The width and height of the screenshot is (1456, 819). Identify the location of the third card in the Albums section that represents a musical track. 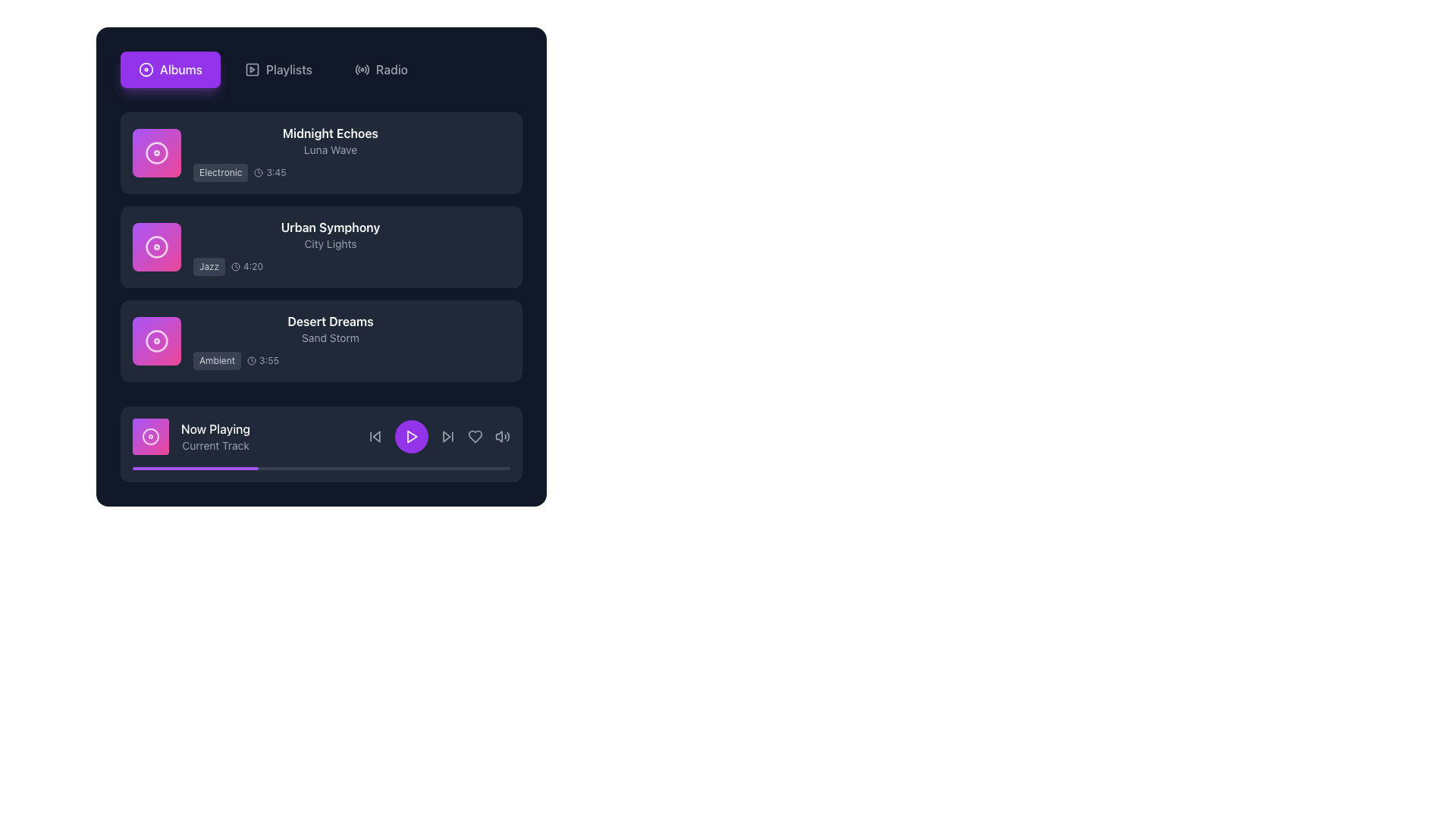
(320, 341).